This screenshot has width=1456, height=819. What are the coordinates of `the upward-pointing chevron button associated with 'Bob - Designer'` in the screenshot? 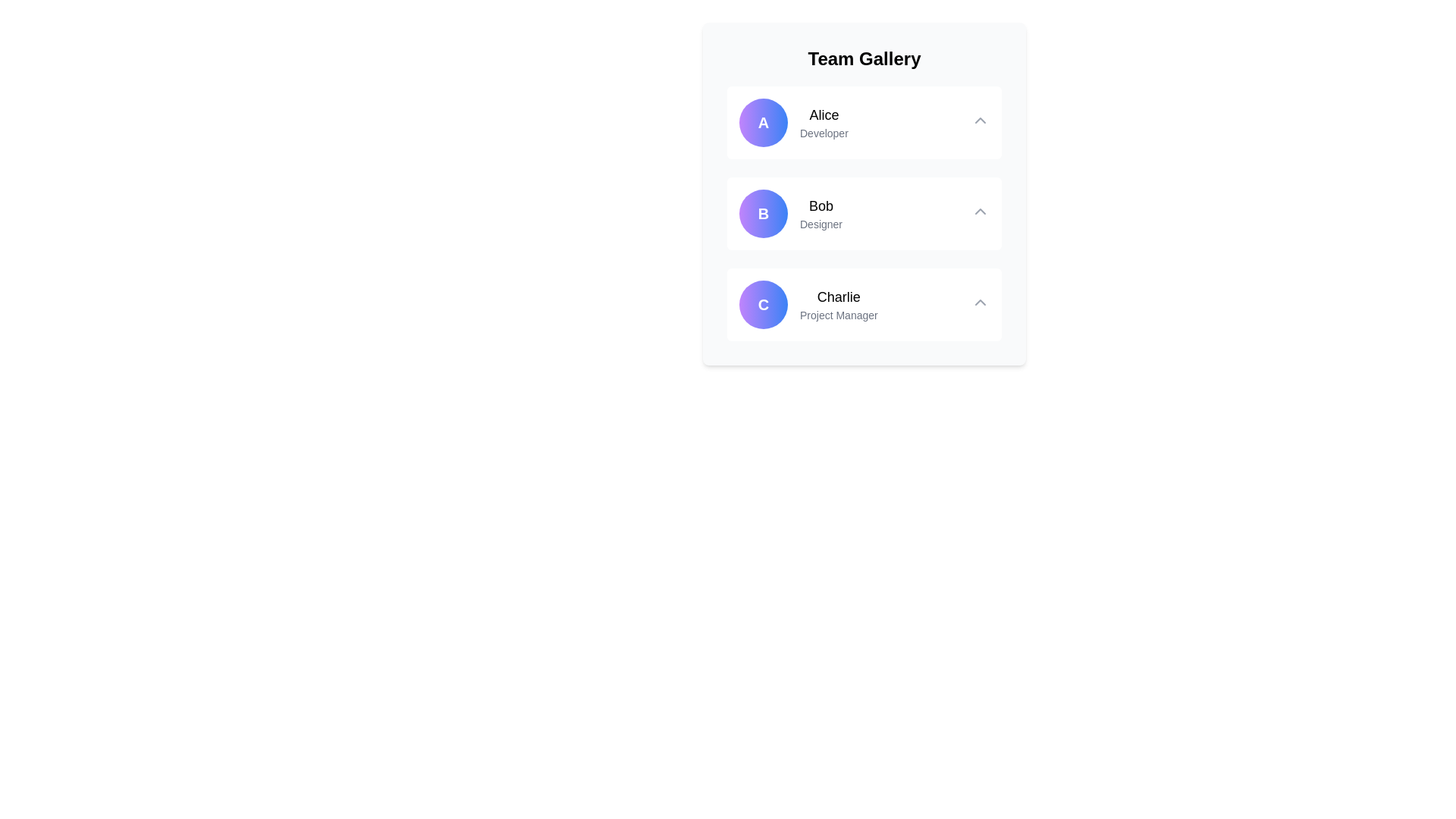 It's located at (980, 210).